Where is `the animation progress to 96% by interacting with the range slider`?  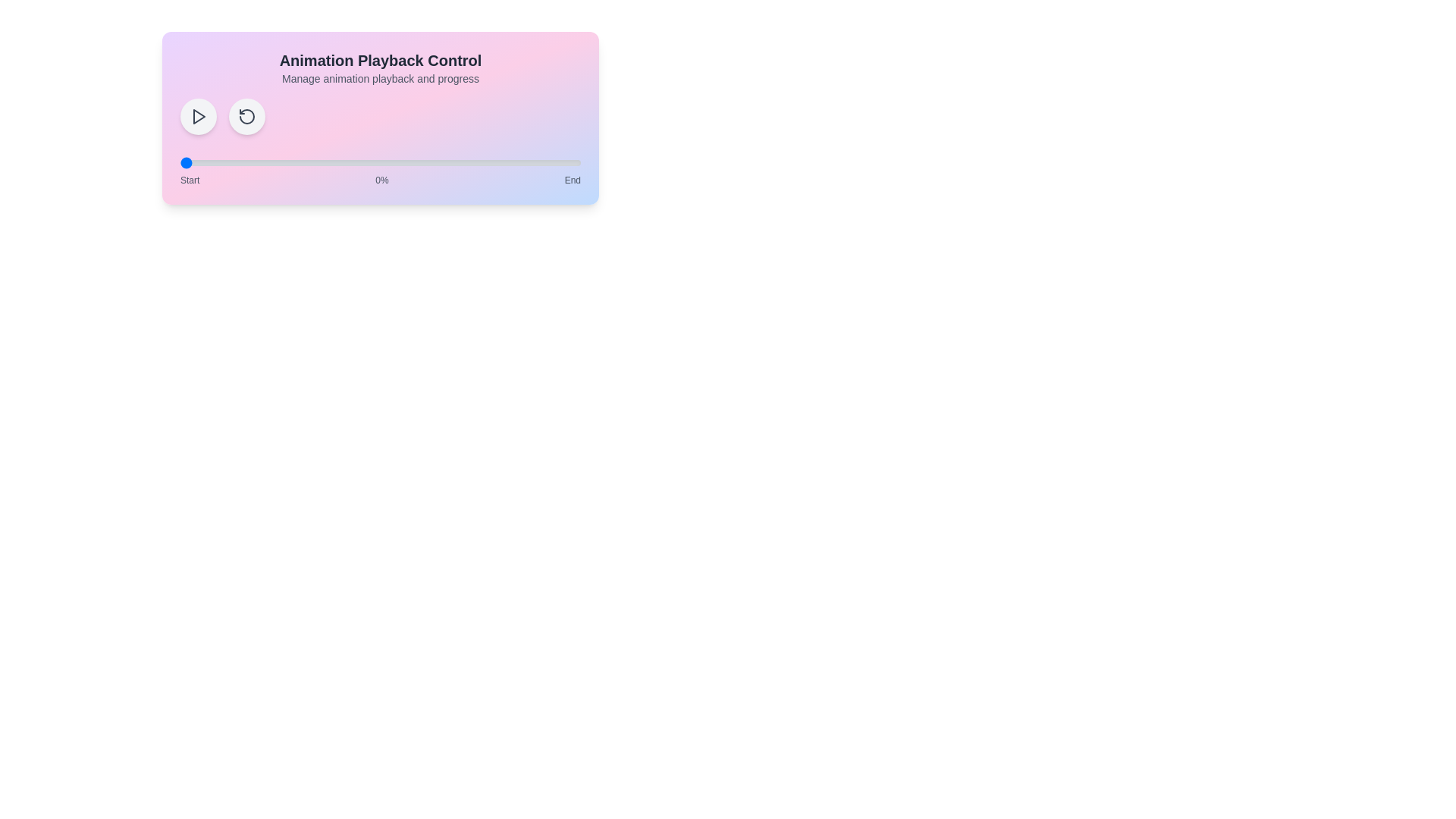
the animation progress to 96% by interacting with the range slider is located at coordinates (563, 163).